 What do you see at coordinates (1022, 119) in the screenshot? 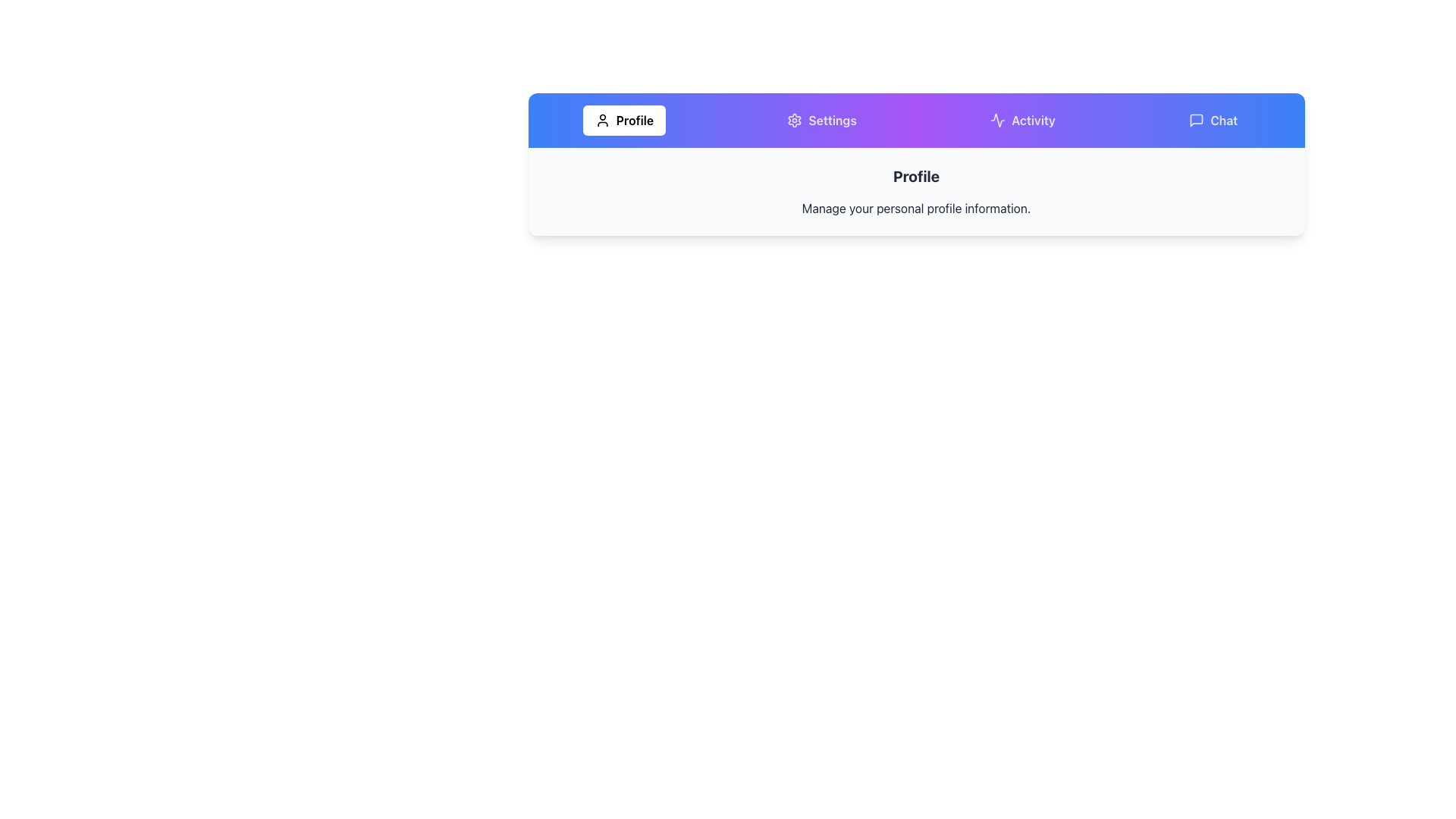
I see `the 'Activity' navigation button, which is a rounded rectangular button with a gradient purple-to-blue background and white text, located in the header section between the 'Settings' and 'Chat' buttons` at bounding box center [1022, 119].